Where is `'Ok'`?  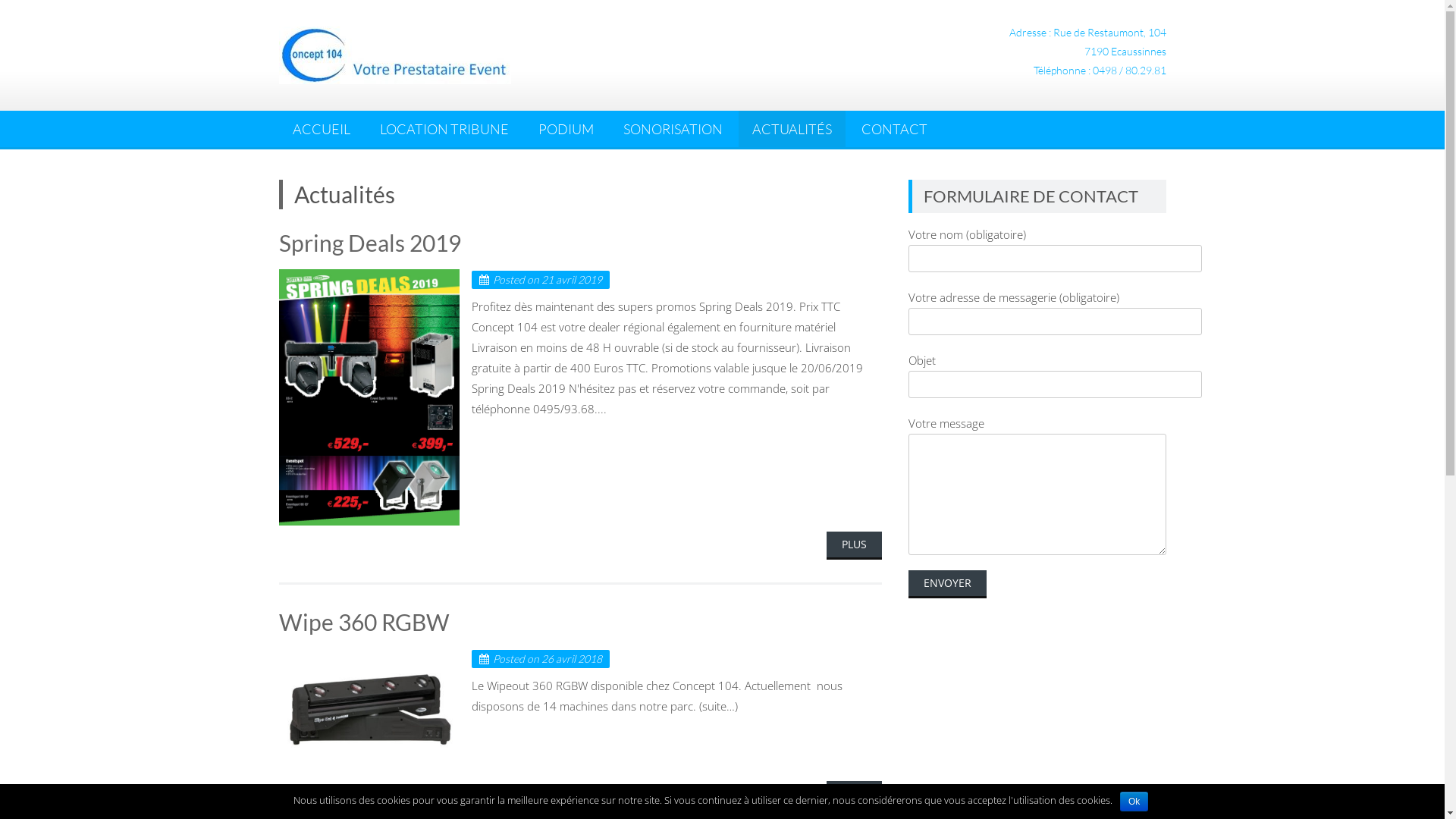 'Ok' is located at coordinates (1134, 800).